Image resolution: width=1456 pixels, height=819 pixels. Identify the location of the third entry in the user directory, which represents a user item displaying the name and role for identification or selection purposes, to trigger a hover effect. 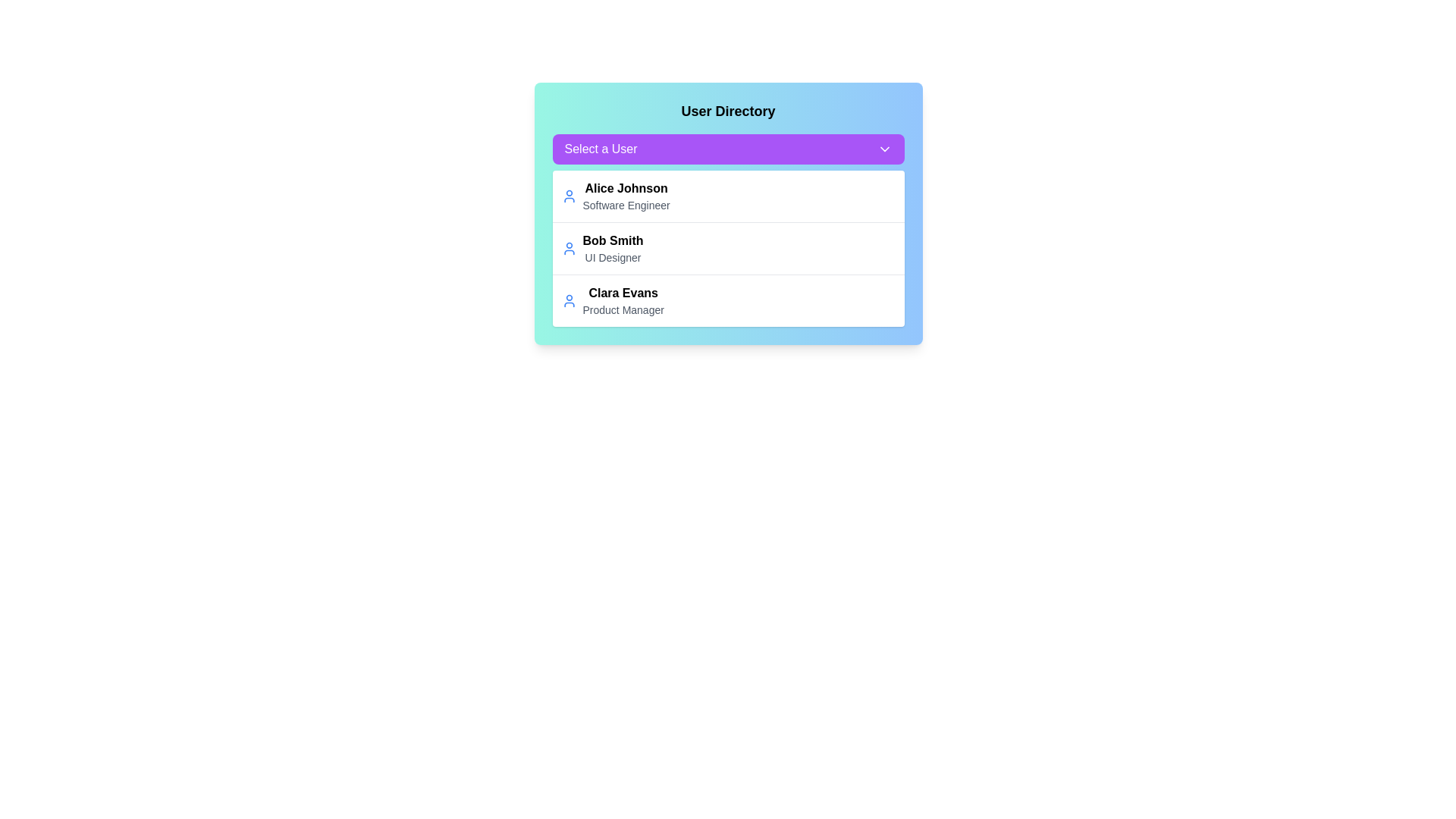
(728, 300).